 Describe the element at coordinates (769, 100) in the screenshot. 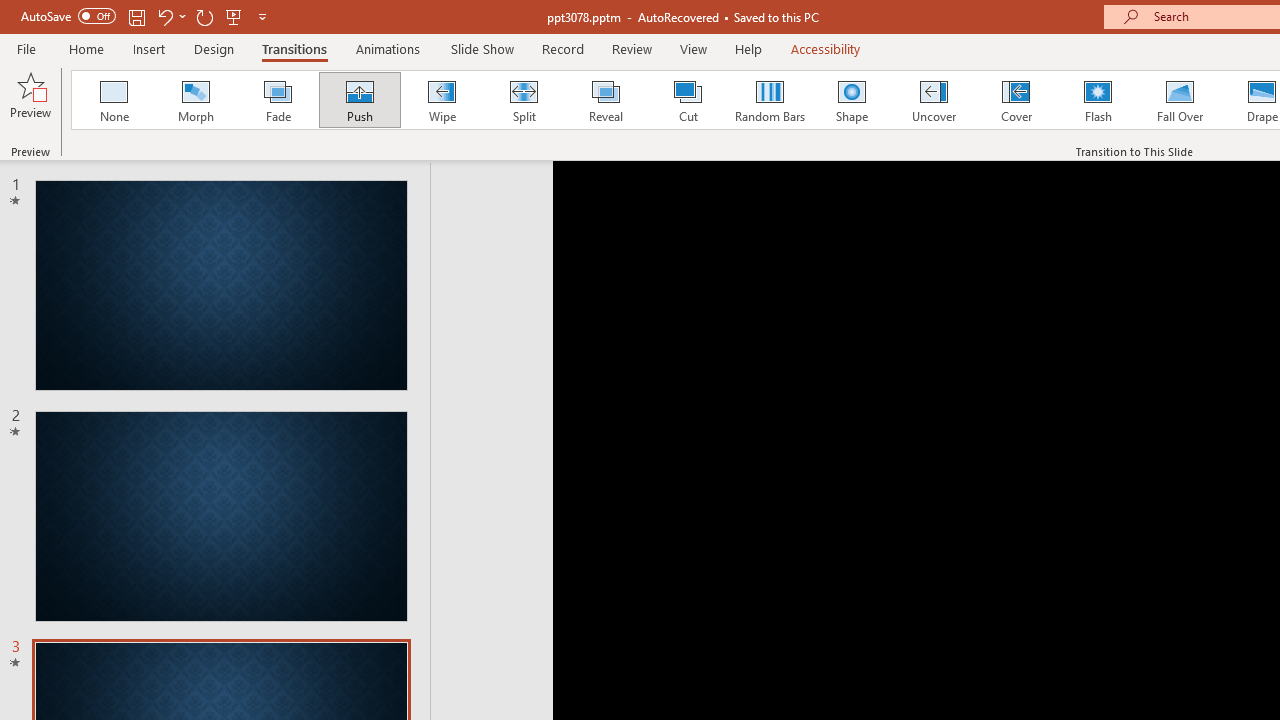

I see `'Random Bars'` at that location.